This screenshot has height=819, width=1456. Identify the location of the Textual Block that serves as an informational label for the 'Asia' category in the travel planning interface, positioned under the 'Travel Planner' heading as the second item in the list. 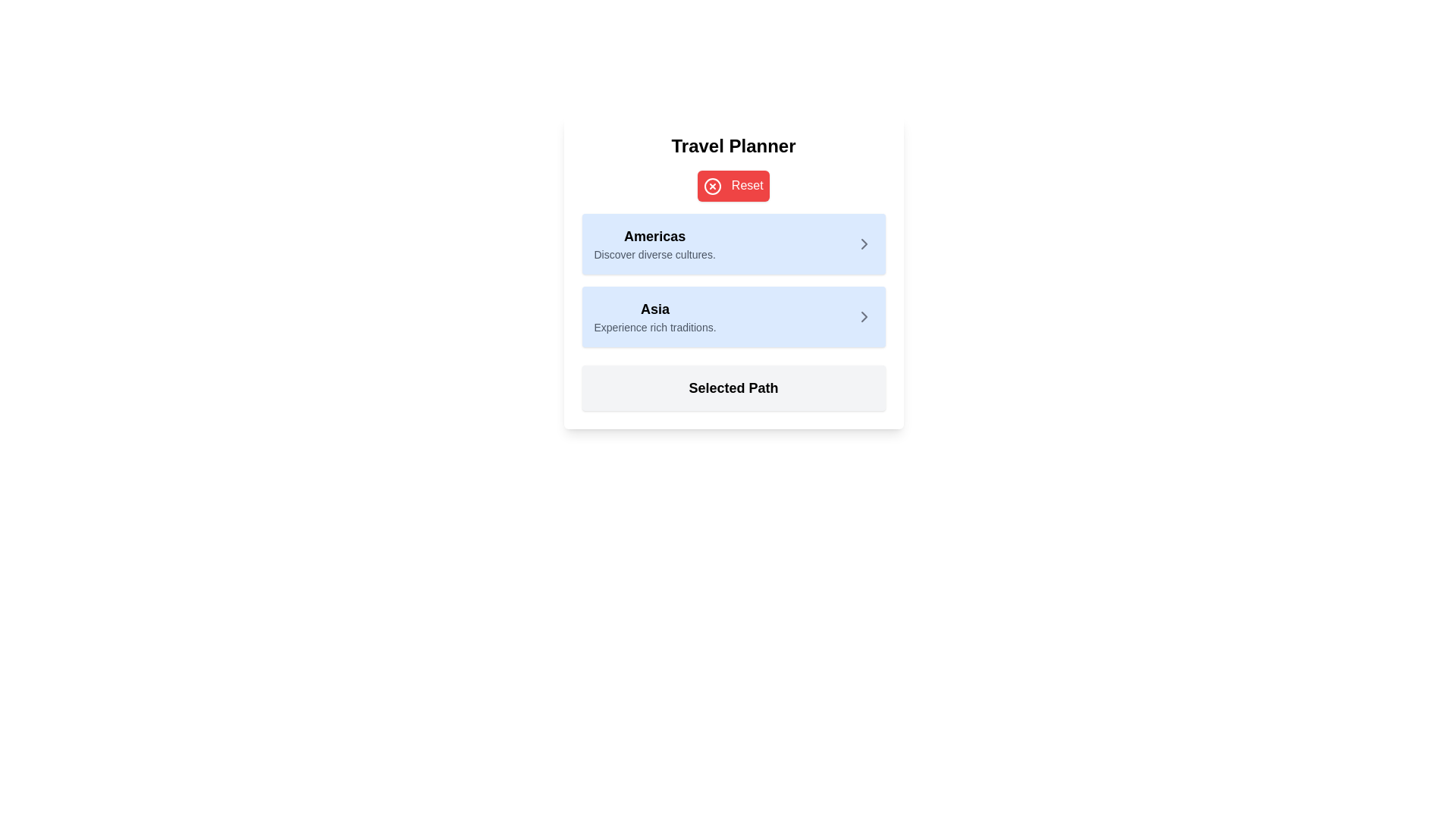
(655, 315).